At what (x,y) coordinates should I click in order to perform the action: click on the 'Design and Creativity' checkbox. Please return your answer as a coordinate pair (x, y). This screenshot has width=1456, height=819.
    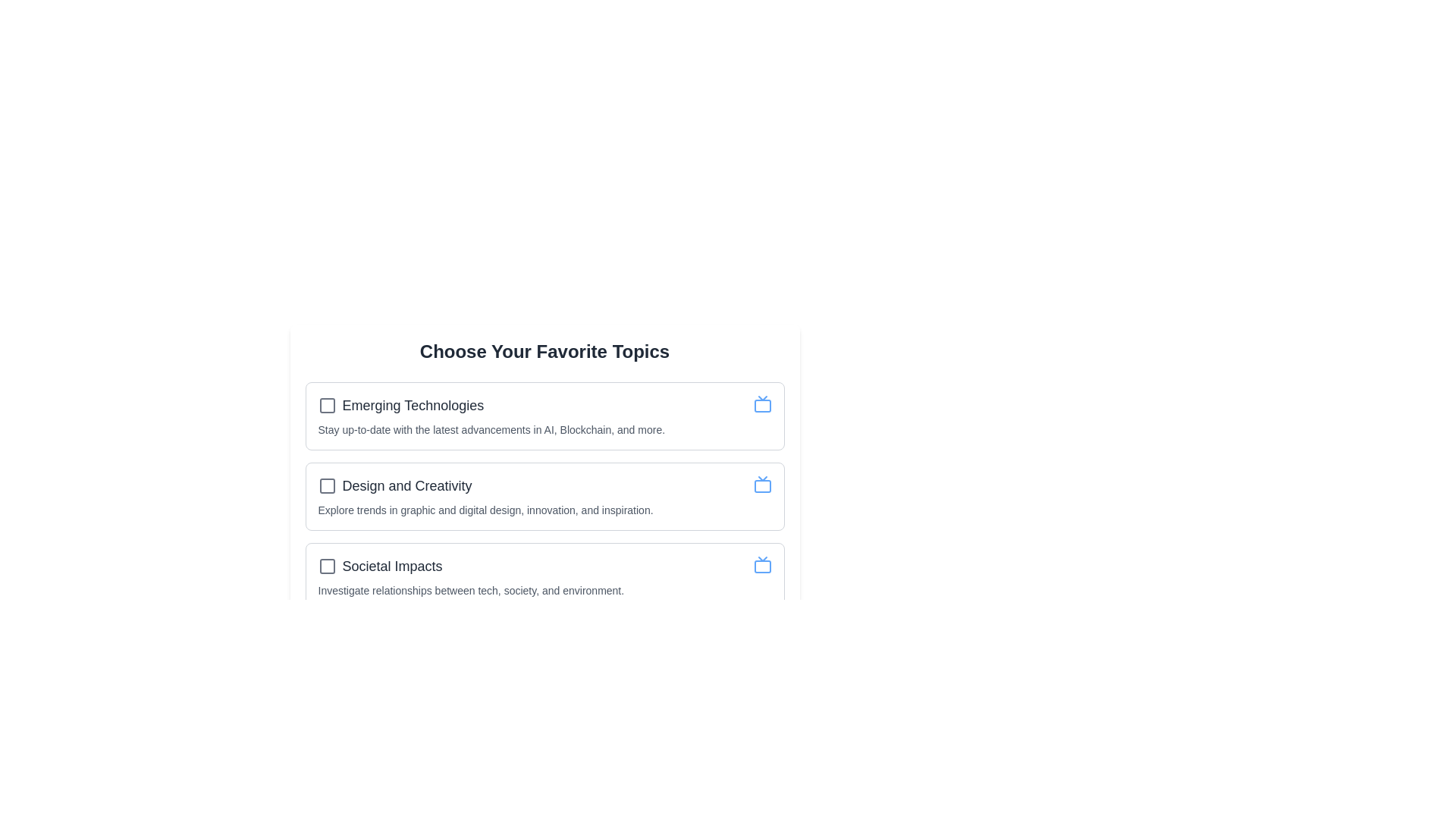
    Looking at the image, I should click on (395, 485).